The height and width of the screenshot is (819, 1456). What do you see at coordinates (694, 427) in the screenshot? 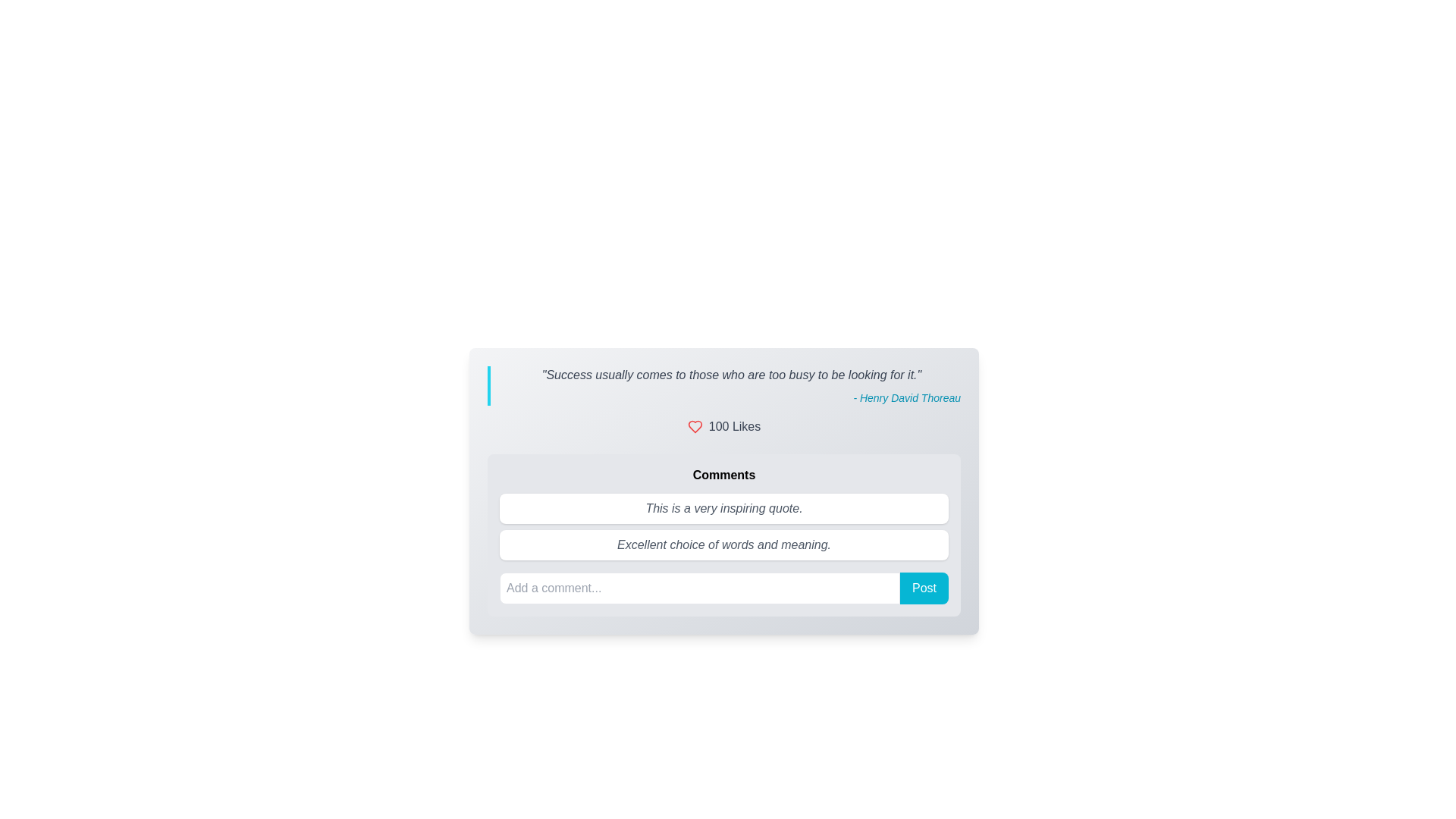
I see `the heart-shaped red icon located to the left of the '100 Likes' text to register a like` at bounding box center [694, 427].